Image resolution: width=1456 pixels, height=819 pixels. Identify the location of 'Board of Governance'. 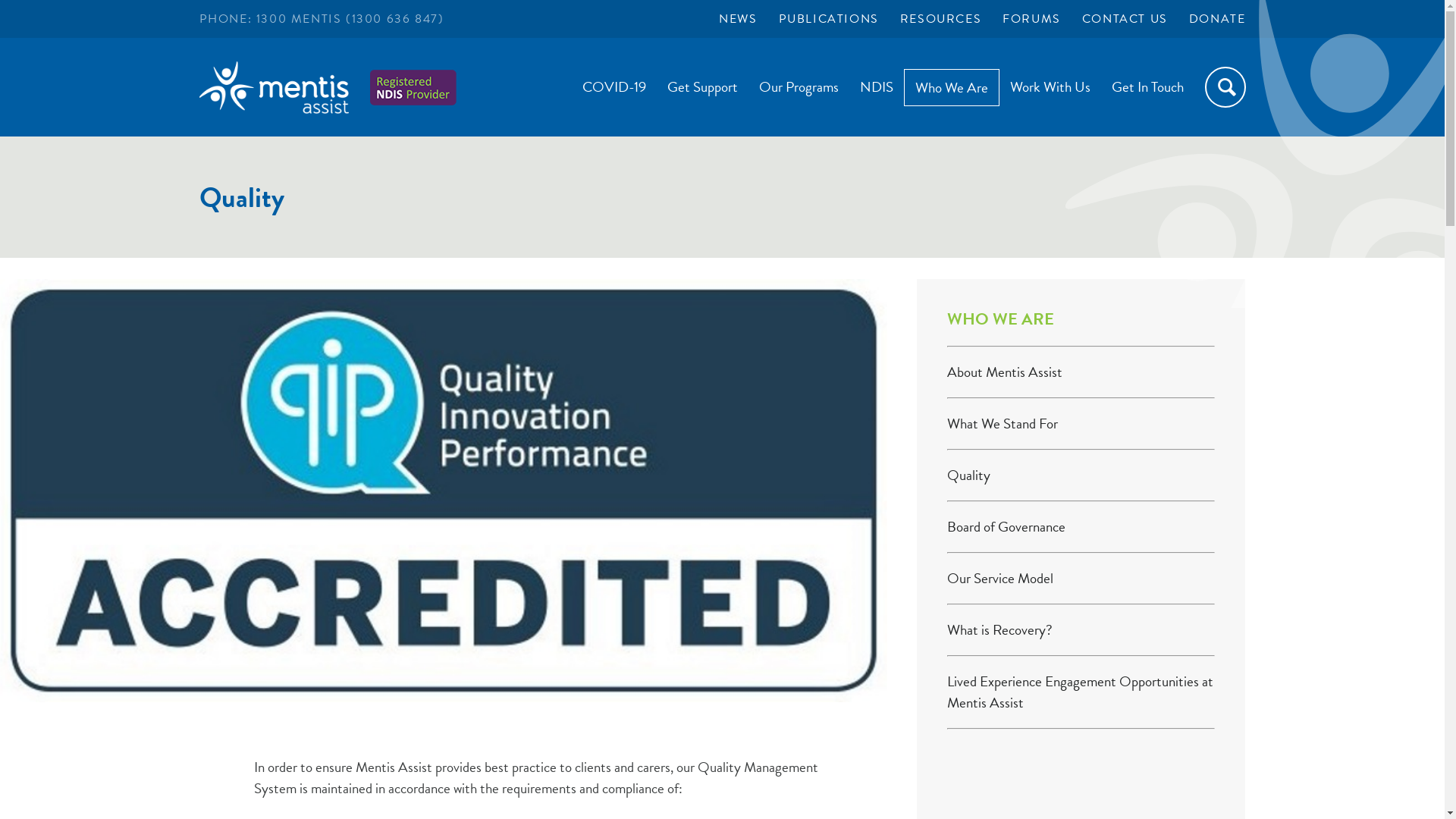
(1006, 526).